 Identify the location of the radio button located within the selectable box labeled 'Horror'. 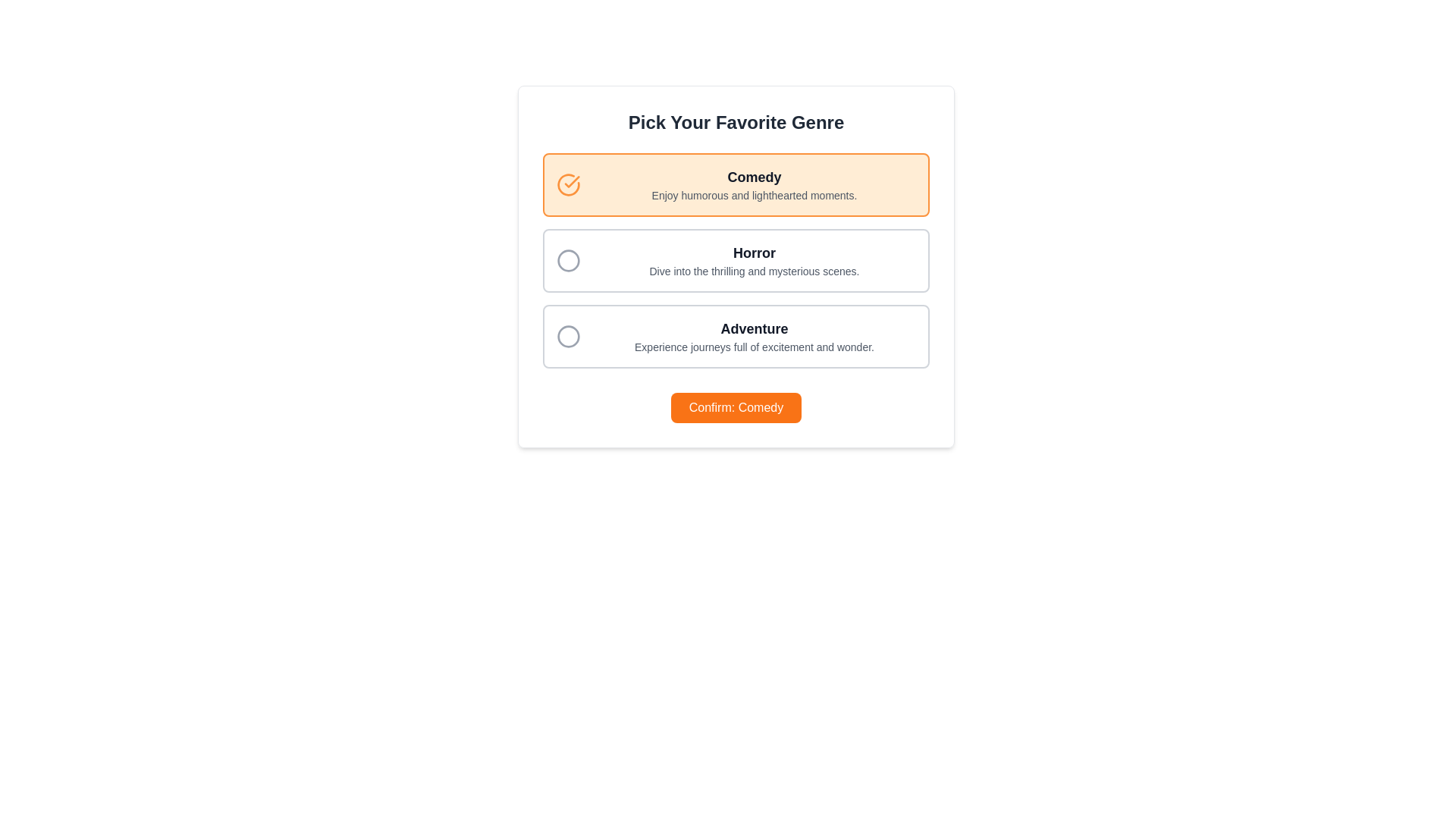
(574, 259).